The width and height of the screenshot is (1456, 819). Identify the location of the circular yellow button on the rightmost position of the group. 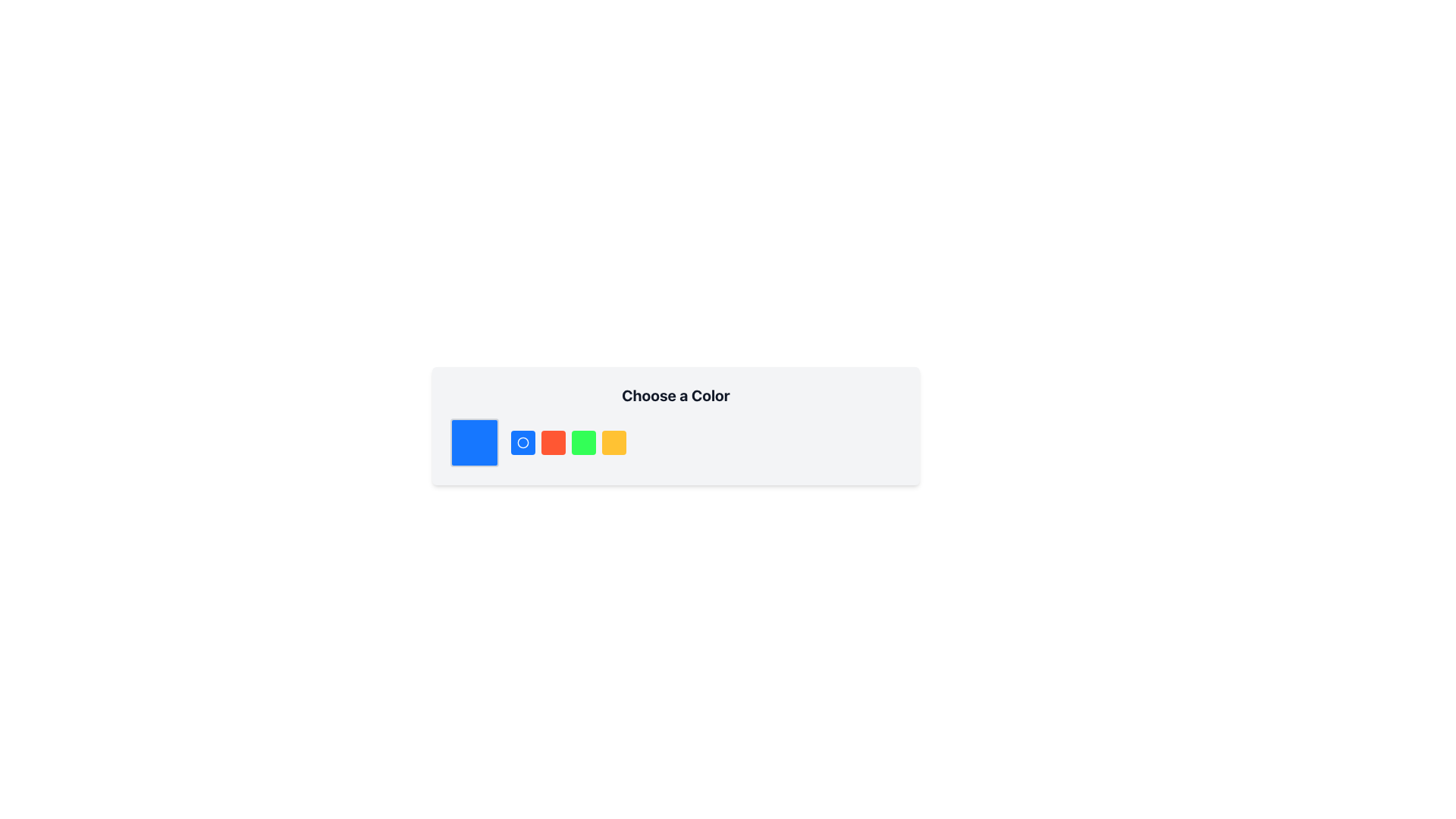
(614, 442).